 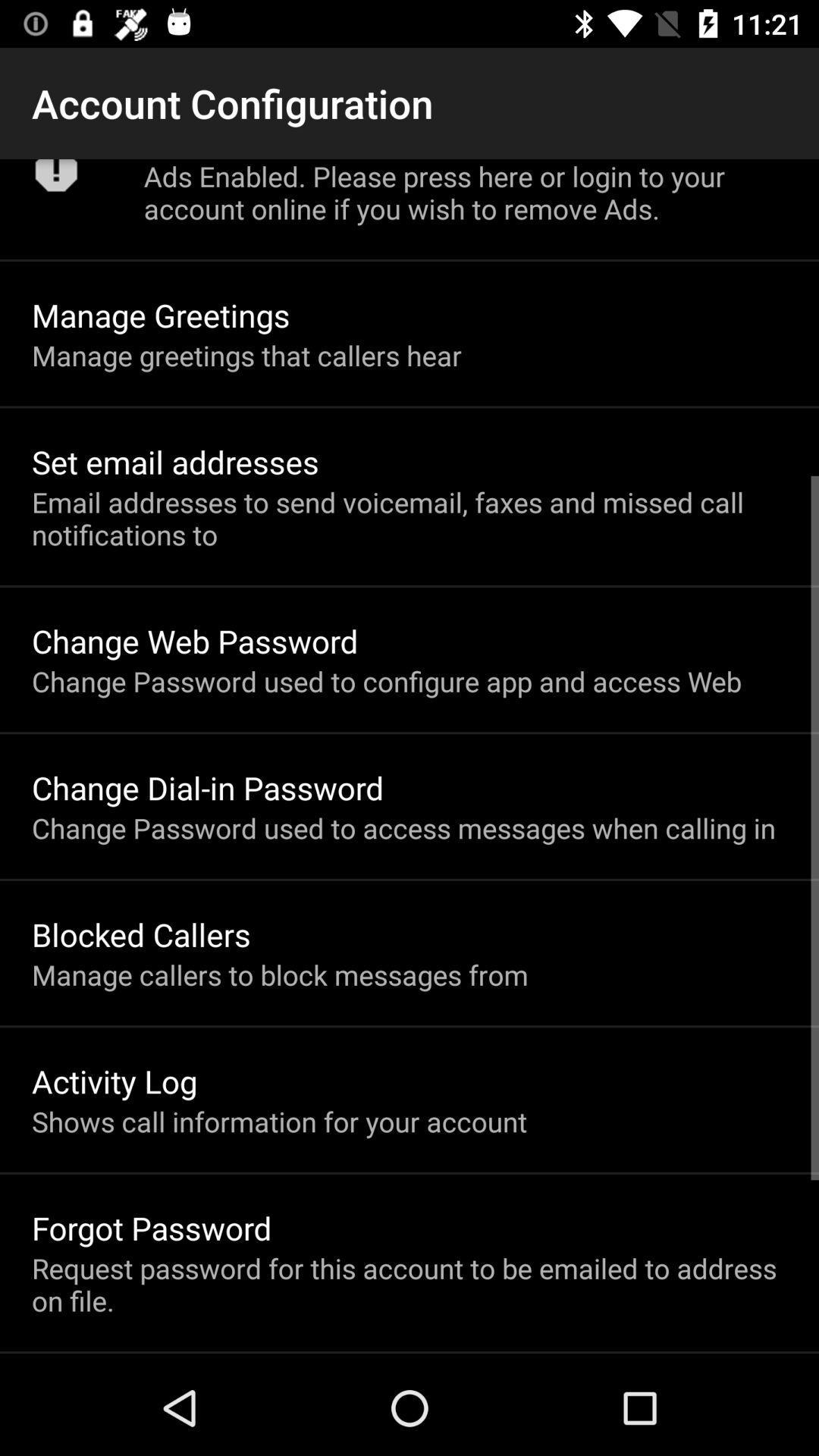 I want to click on the blocked callers item, so click(x=141, y=934).